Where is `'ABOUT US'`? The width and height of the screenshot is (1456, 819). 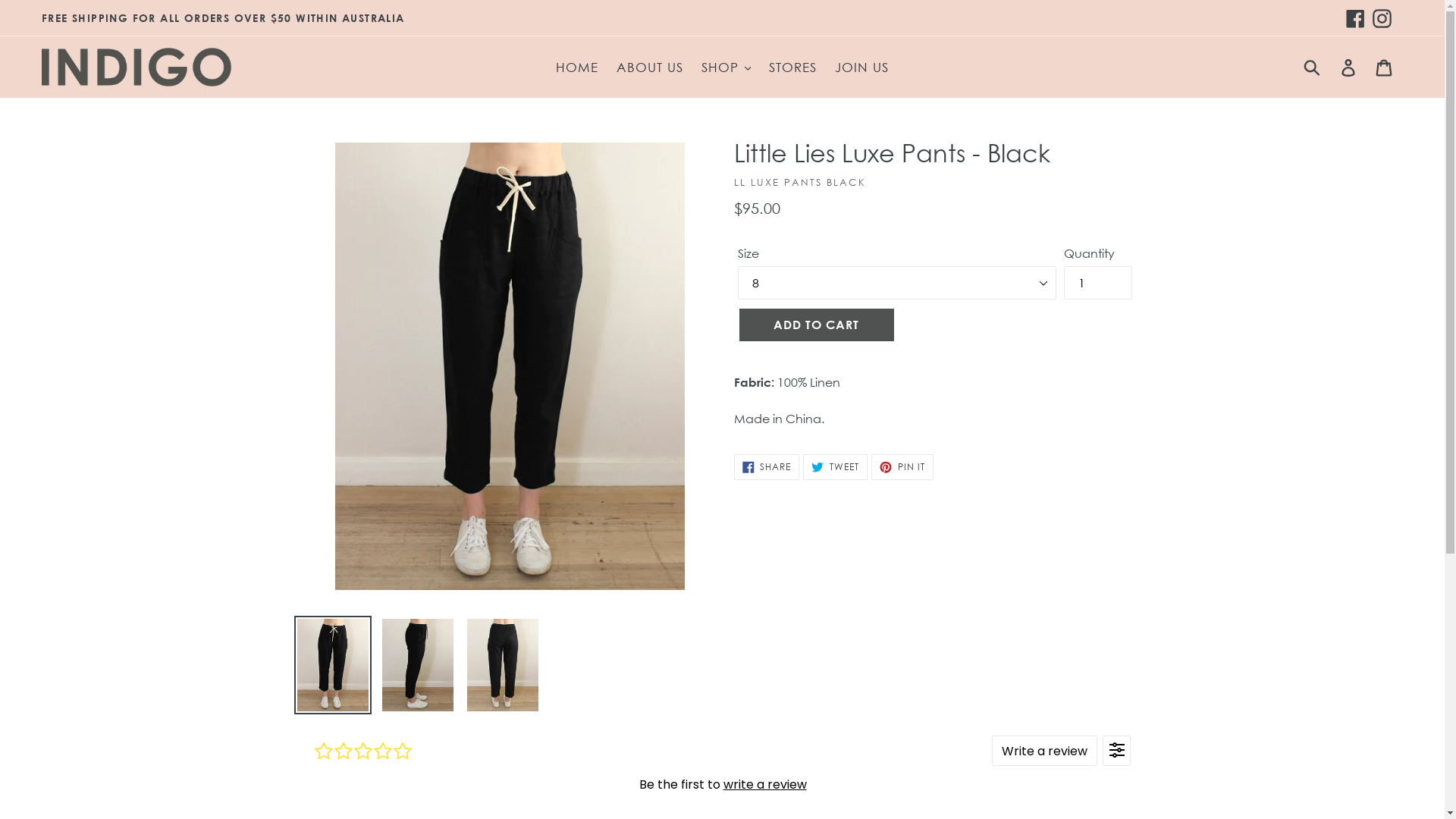 'ABOUT US' is located at coordinates (608, 66).